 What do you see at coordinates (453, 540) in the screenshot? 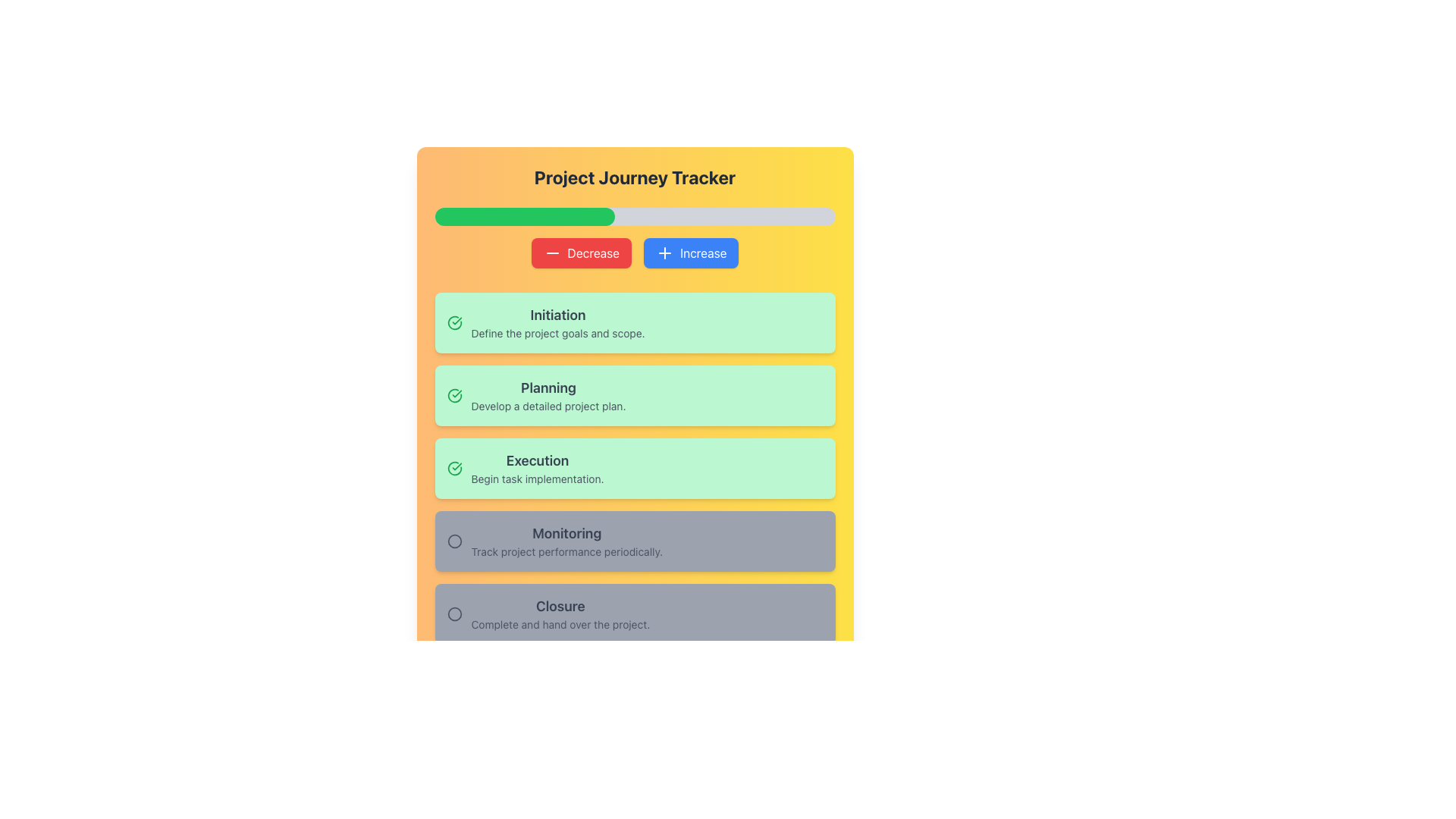
I see `the circular status indicator located in the 'Monitoring' section of the interface, which is positioned within a gray box and appears to the left of the text` at bounding box center [453, 540].